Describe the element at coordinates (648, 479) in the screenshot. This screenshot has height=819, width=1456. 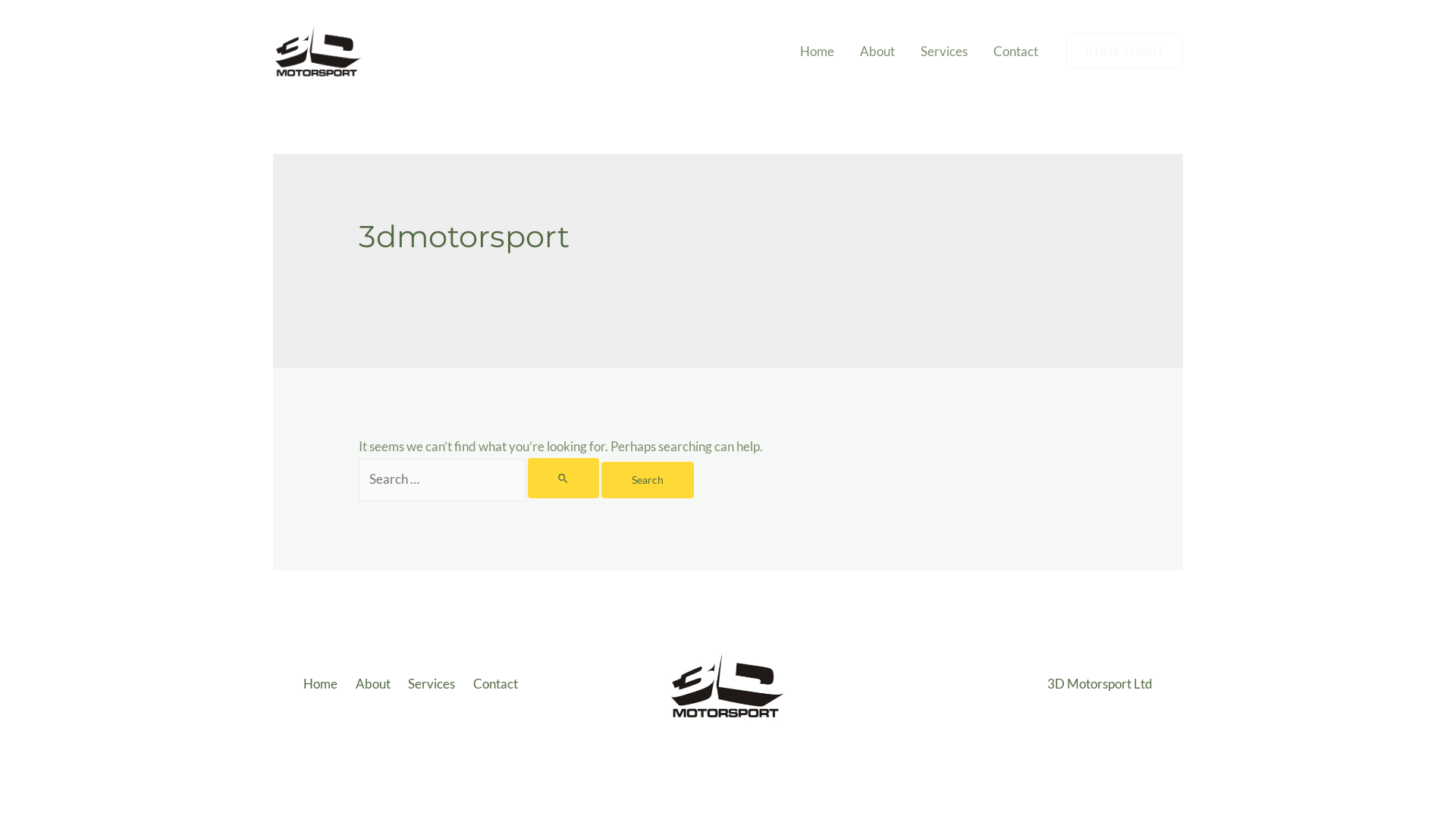
I see `'Search'` at that location.